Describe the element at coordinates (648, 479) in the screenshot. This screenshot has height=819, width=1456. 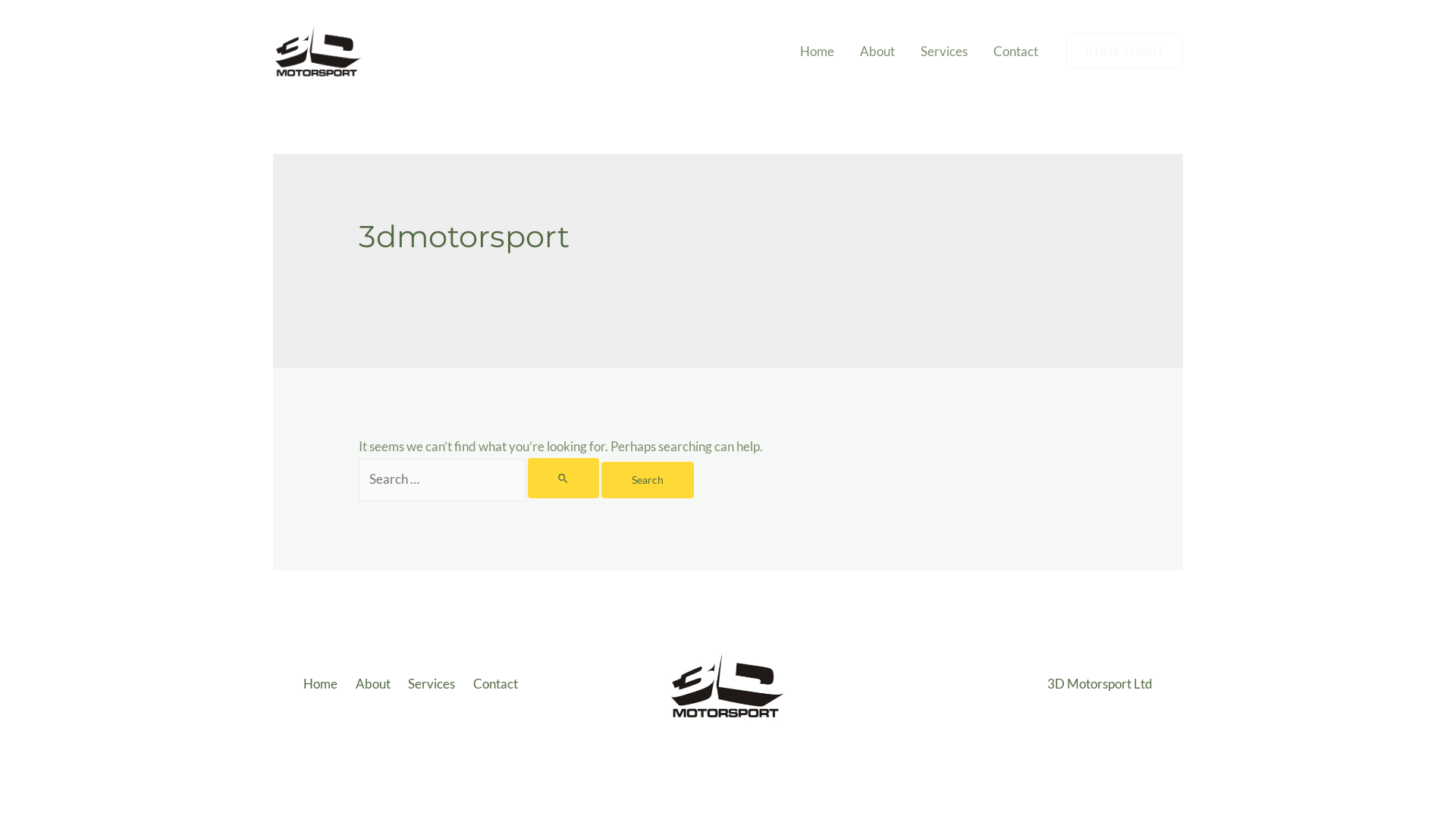
I see `'Search'` at that location.